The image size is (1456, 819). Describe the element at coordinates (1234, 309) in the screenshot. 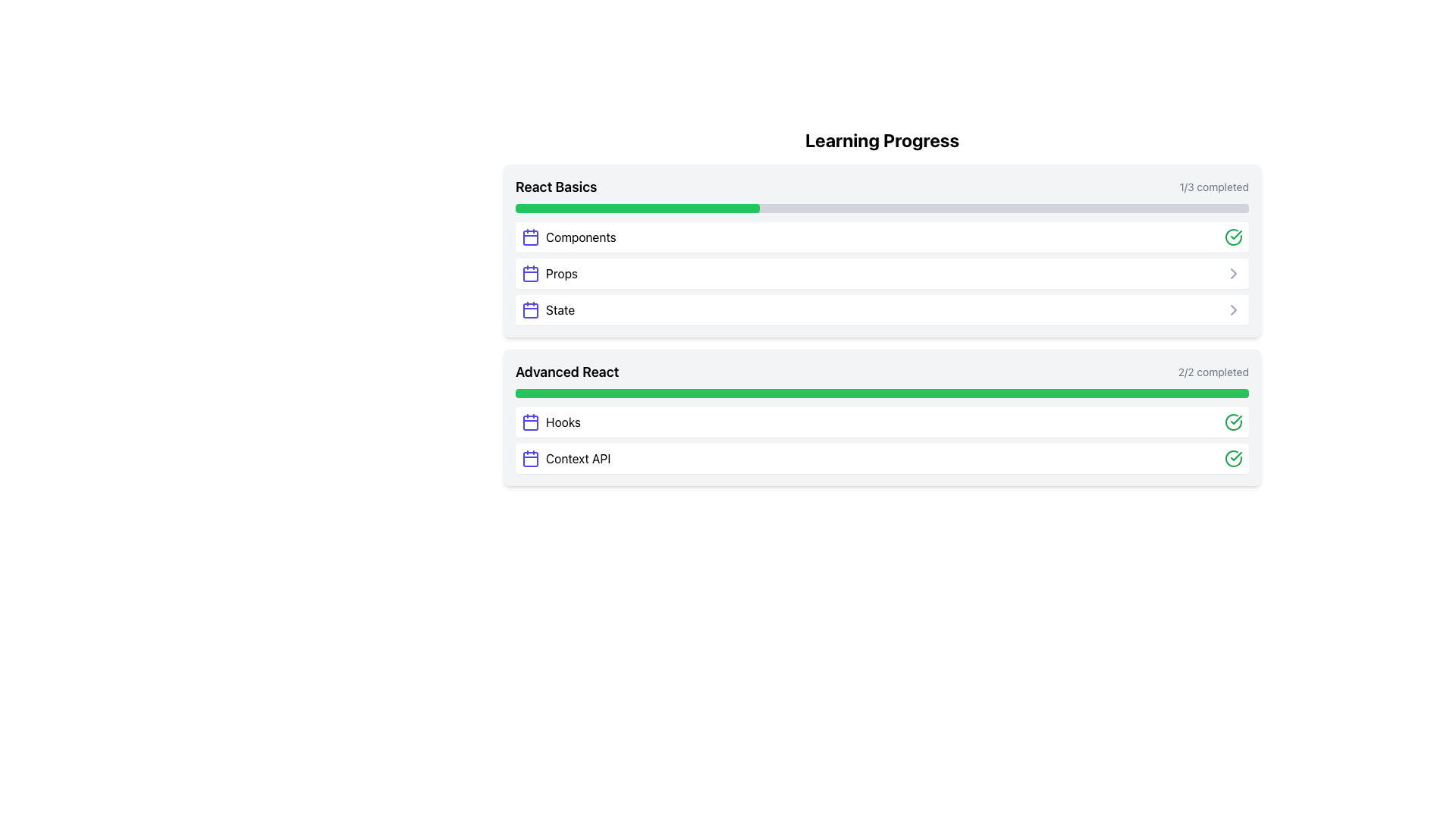

I see `the navigation control icon located to the right of the 'State' label within the 'React Basics' section` at that location.